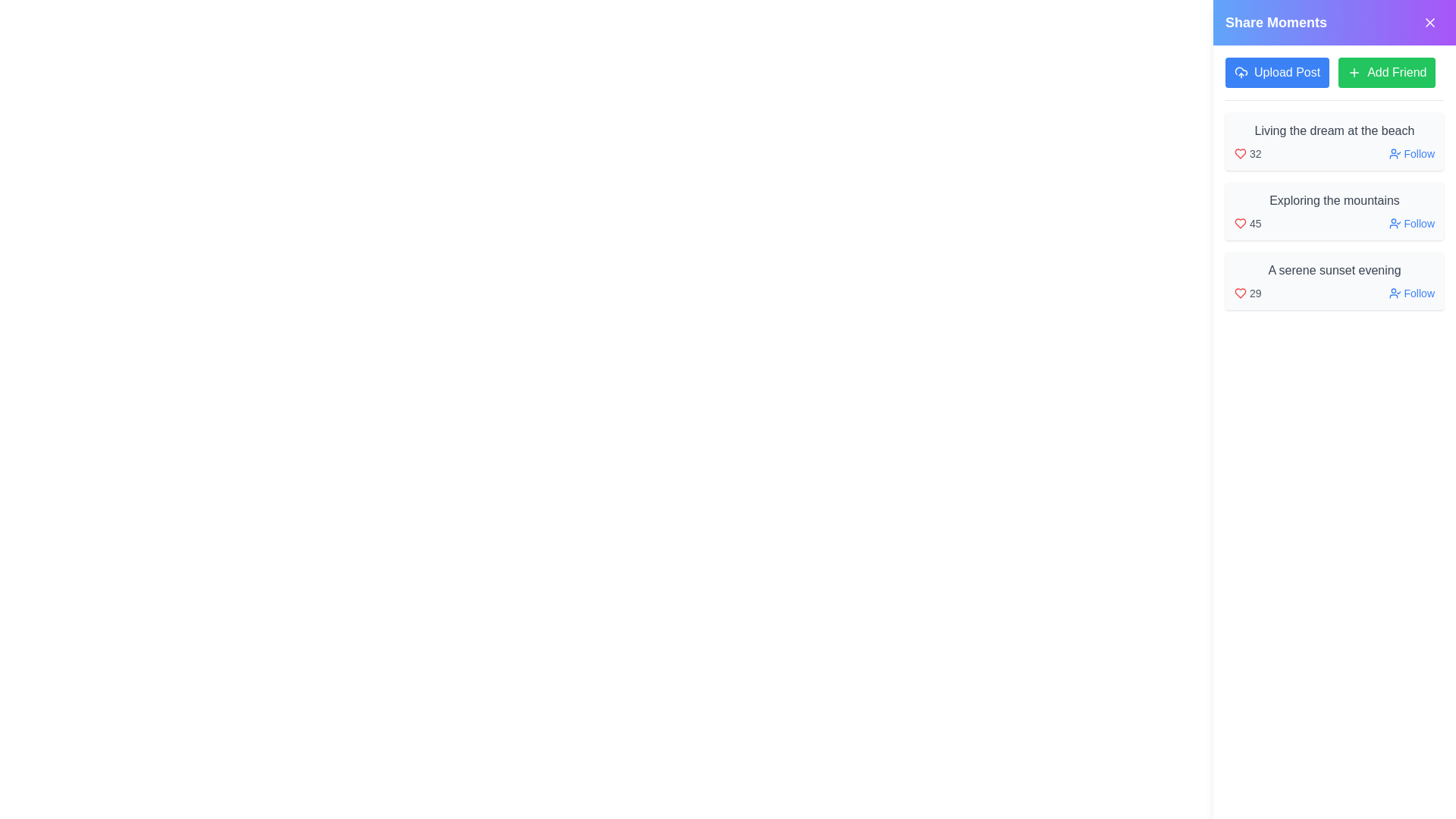 The width and height of the screenshot is (1456, 819). What do you see at coordinates (1418, 223) in the screenshot?
I see `the blue 'Follow' button, which is displayed in bold, sans-serif font` at bounding box center [1418, 223].